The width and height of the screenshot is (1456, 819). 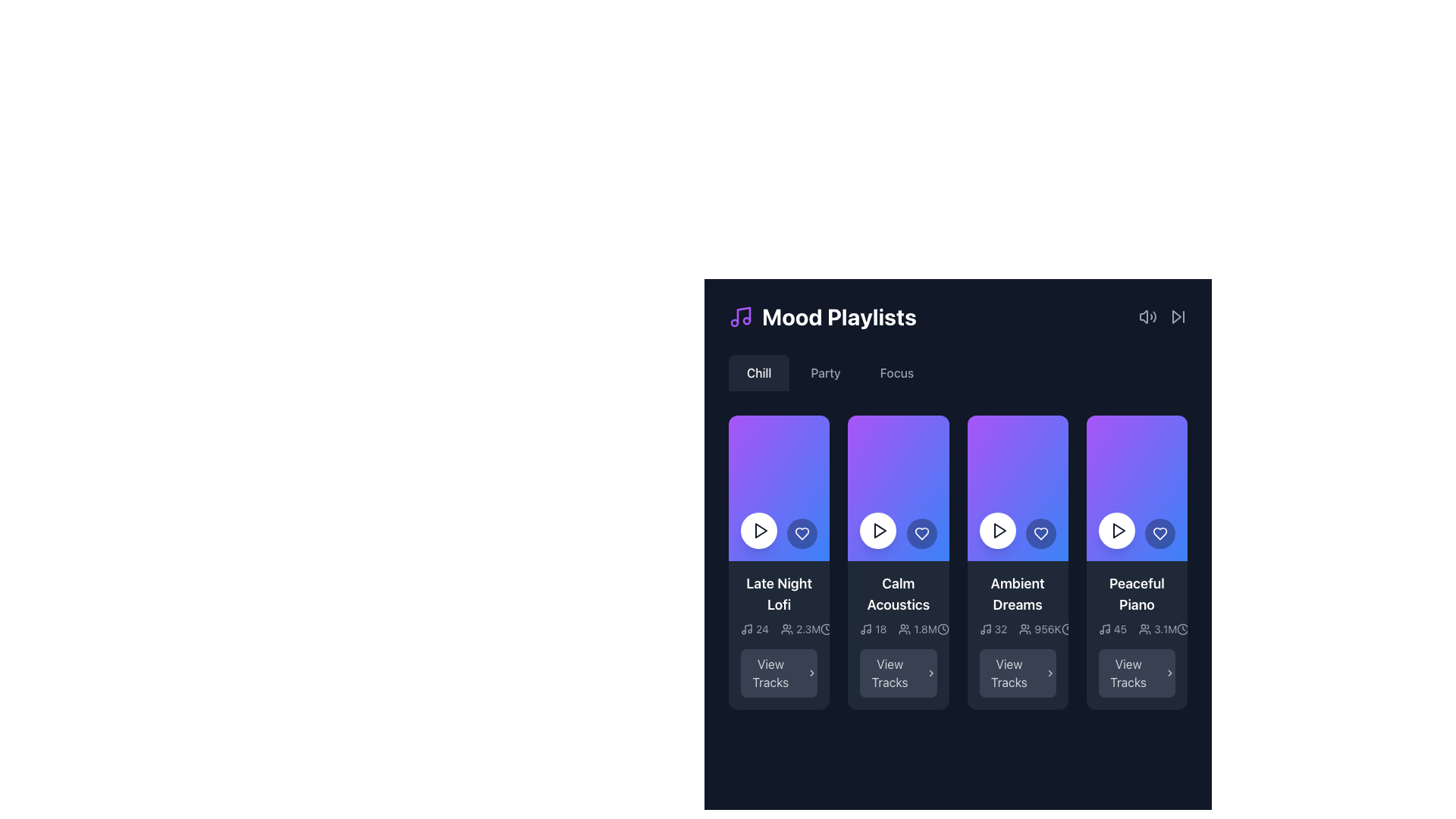 I want to click on the 'Party' button, which is a rectangular button with a rounded border located under the header 'Mood Playlists', positioned between the 'Chill' and 'Focus' buttons, so click(x=825, y=373).